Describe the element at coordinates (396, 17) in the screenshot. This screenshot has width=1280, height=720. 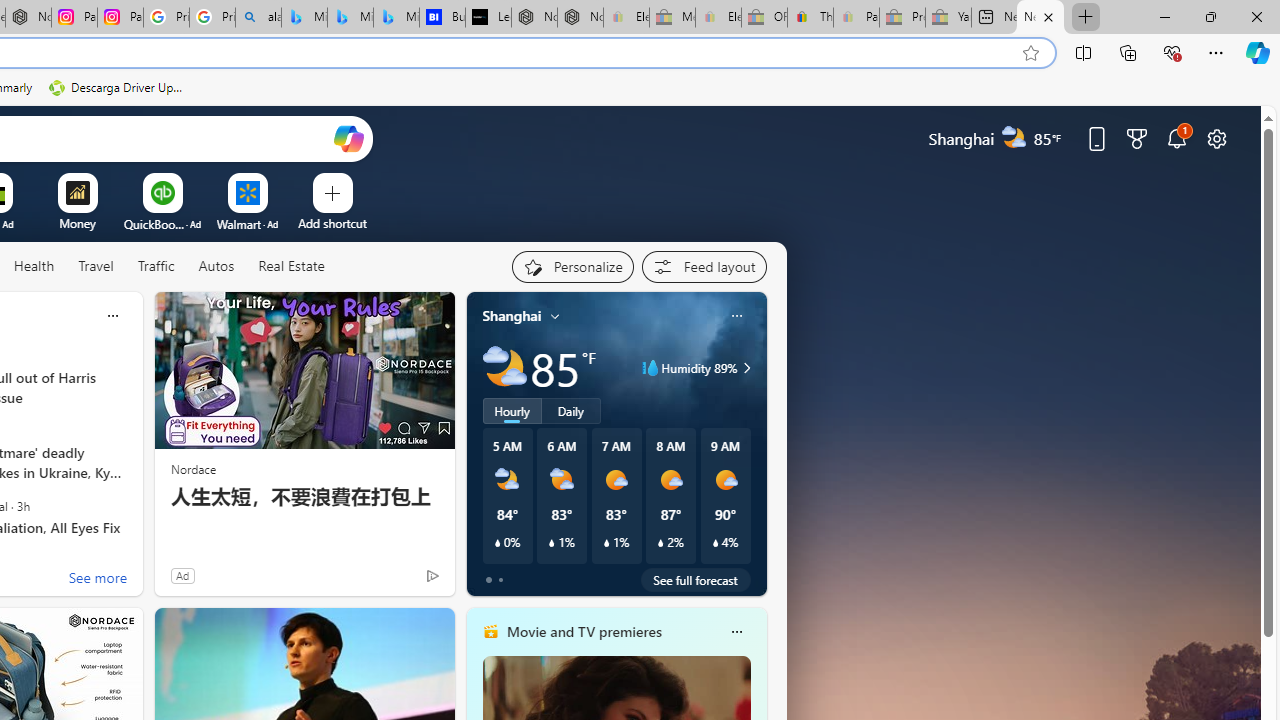
I see `'Microsoft Bing Travel - Shangri-La Hotel Bangkok'` at that location.